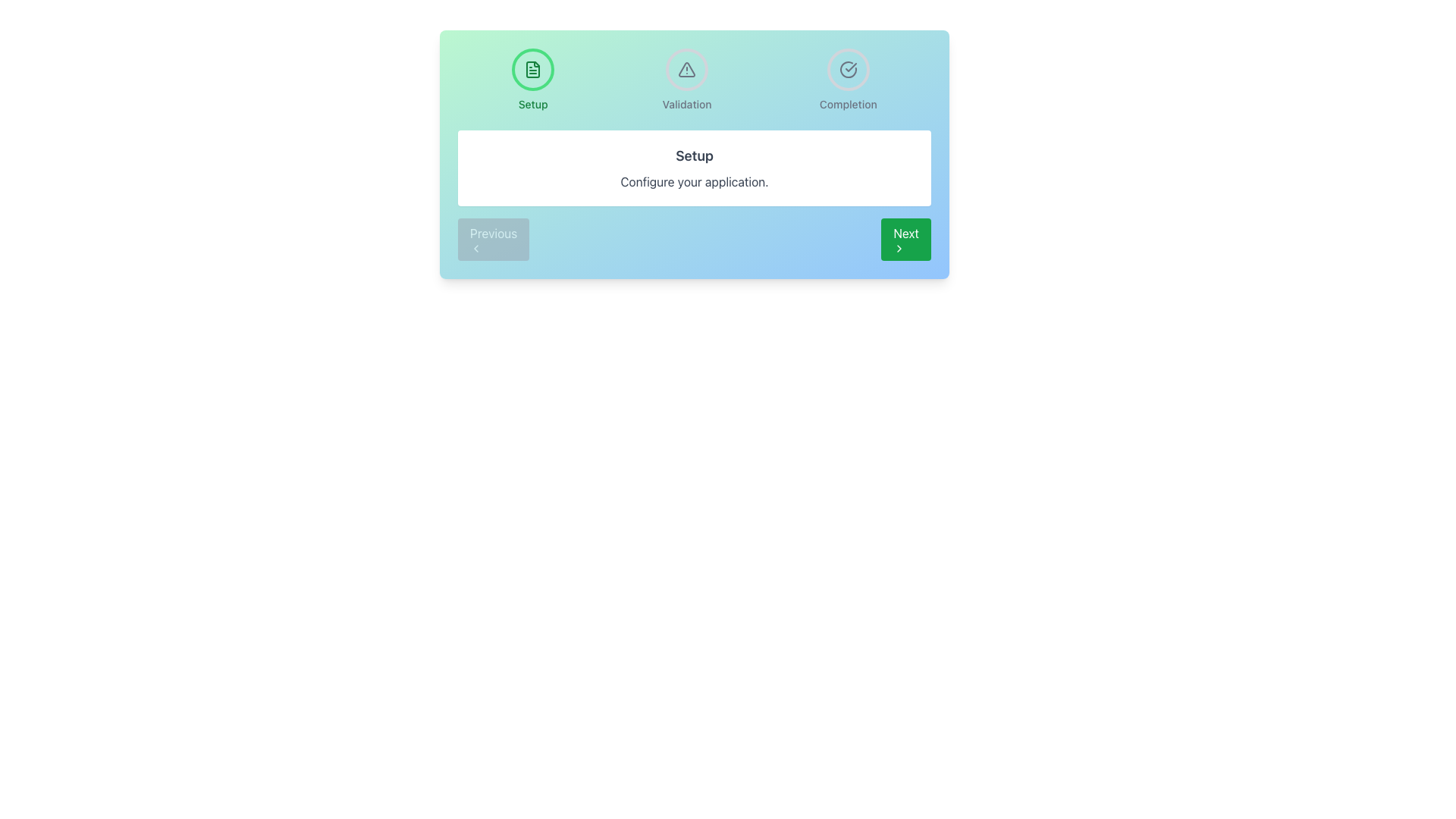 This screenshot has height=819, width=1456. I want to click on the triangular warning icon labeled 'Validation' in the second step of the horizontal stepper interface, so click(686, 70).